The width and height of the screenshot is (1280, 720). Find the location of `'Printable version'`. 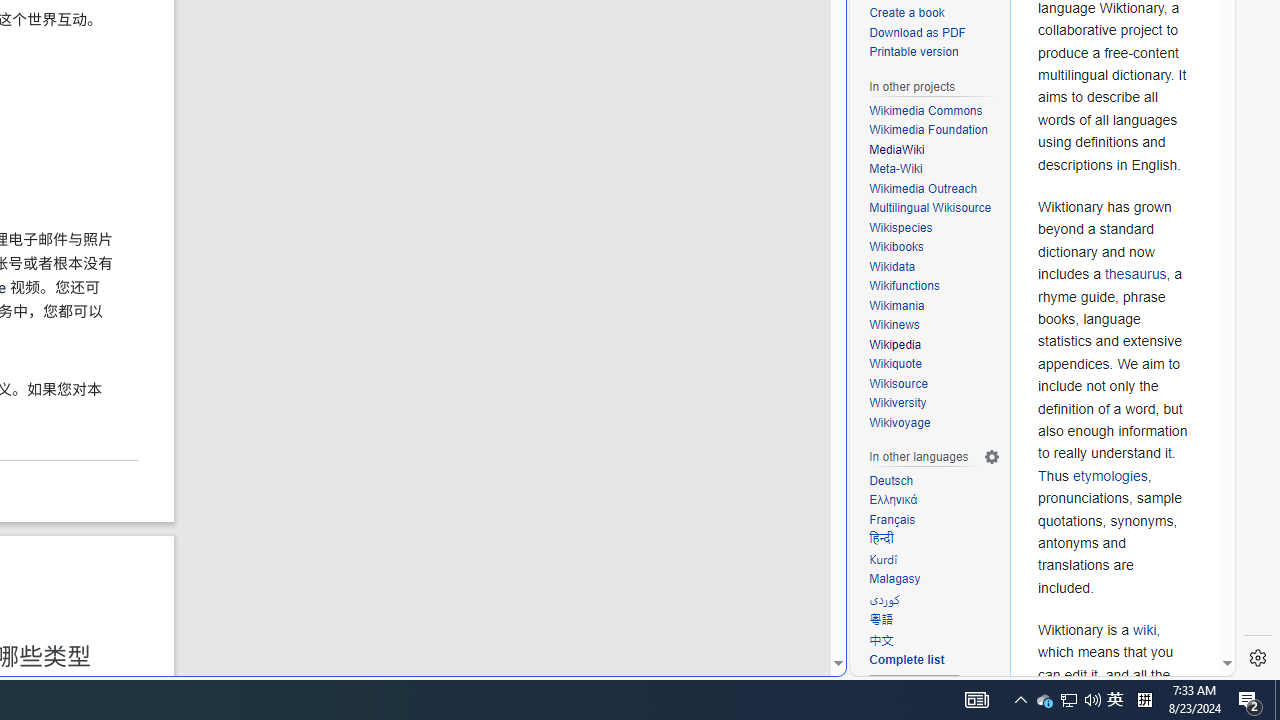

'Printable version' is located at coordinates (934, 52).